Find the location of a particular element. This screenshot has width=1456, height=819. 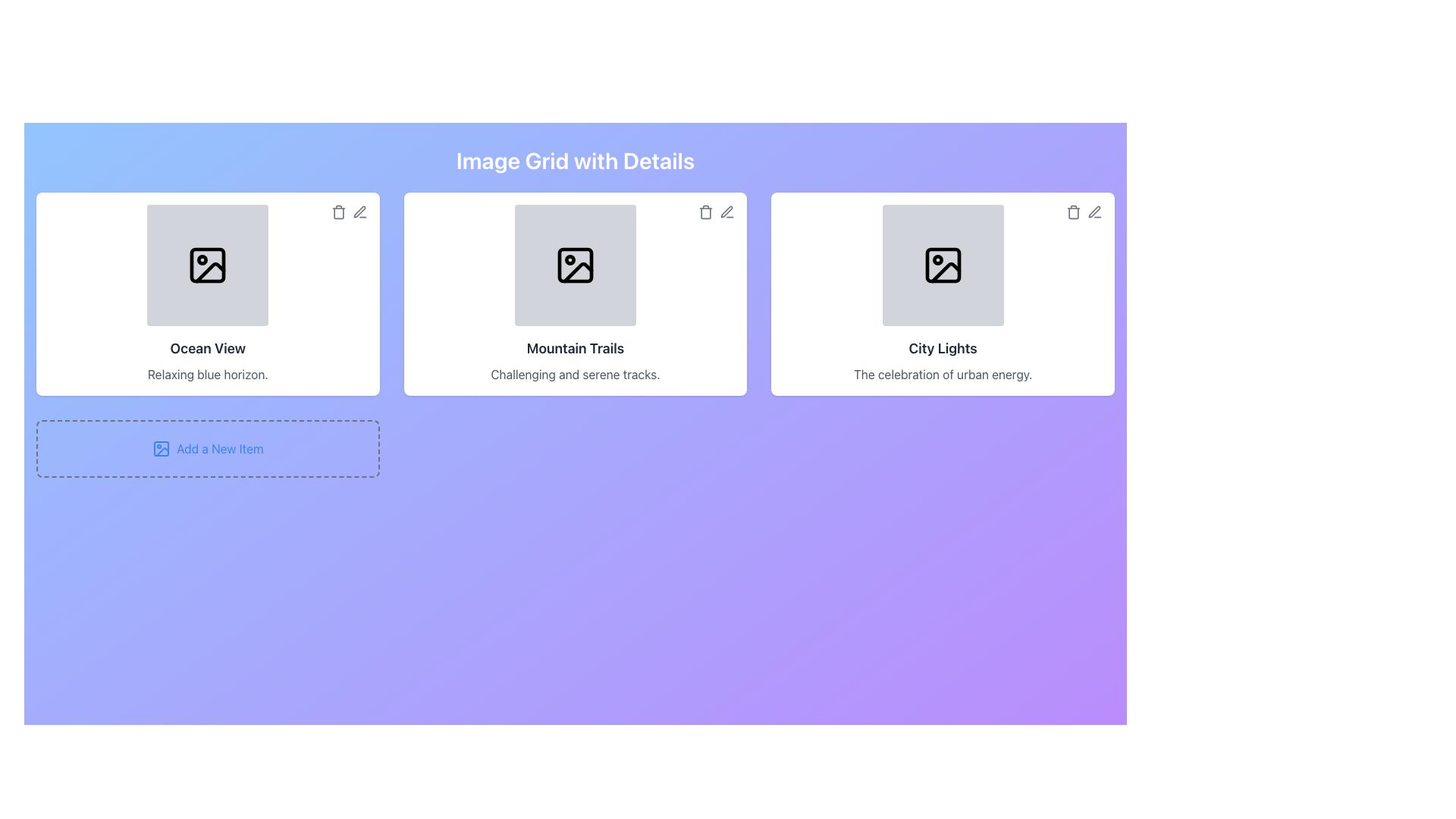

the icon representing the 'Add a New Item' action located at the lower-left corner of the dashed outline box is located at coordinates (162, 447).